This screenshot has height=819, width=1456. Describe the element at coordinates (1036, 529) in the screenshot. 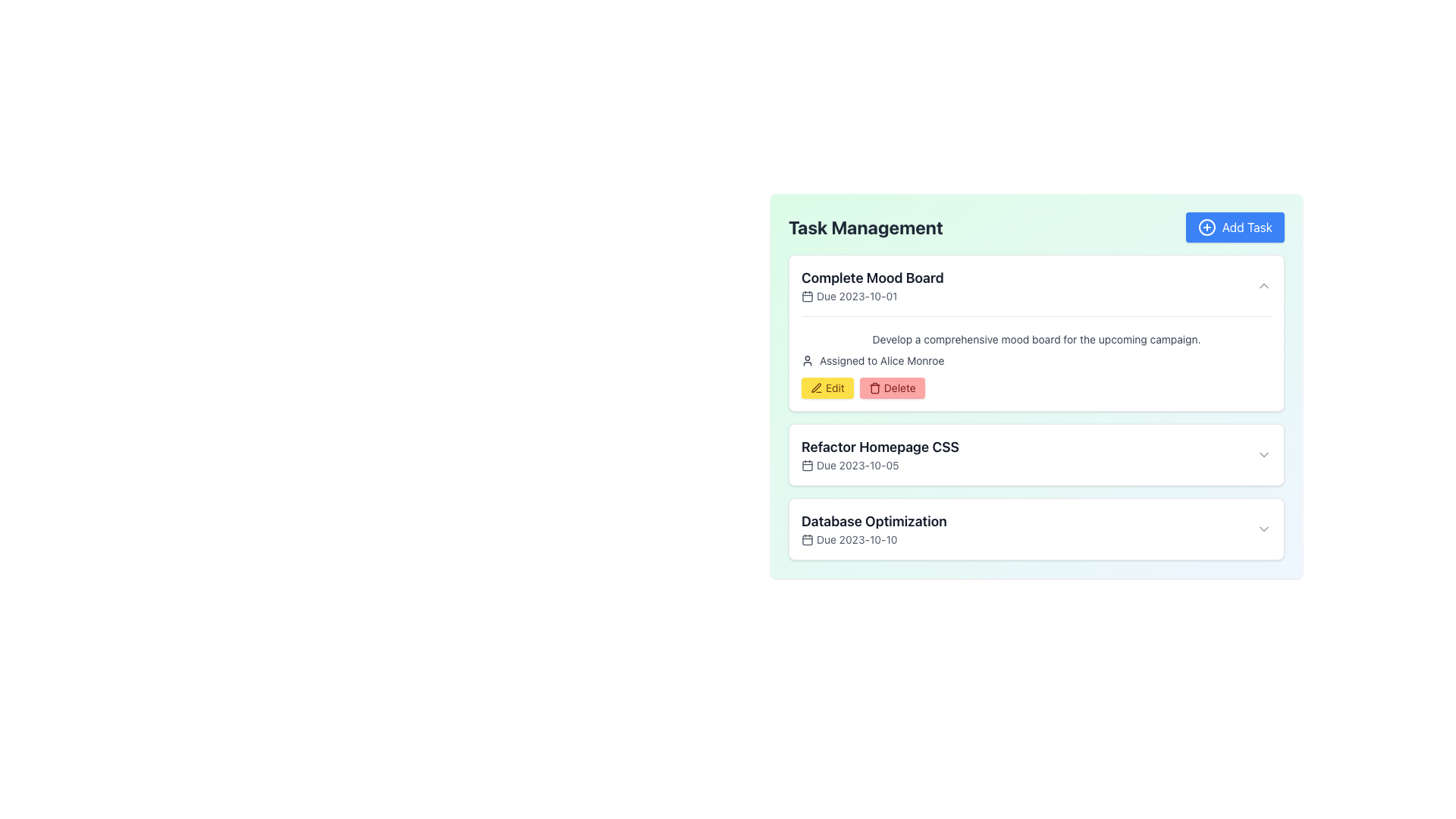

I see `the 'Database Optimization' task element in the task list` at that location.